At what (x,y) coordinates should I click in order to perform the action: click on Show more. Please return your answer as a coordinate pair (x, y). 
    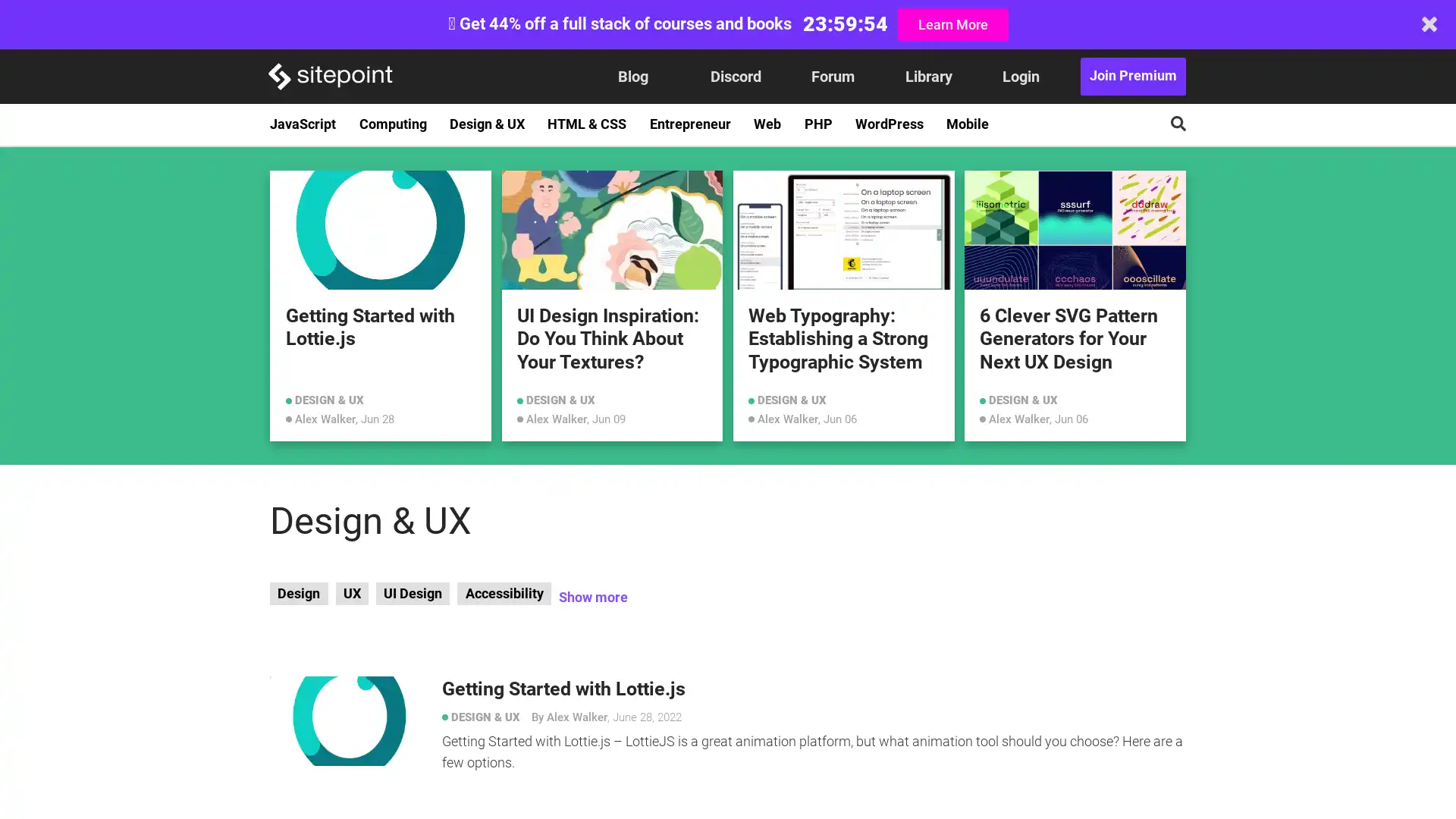
    Looking at the image, I should click on (591, 597).